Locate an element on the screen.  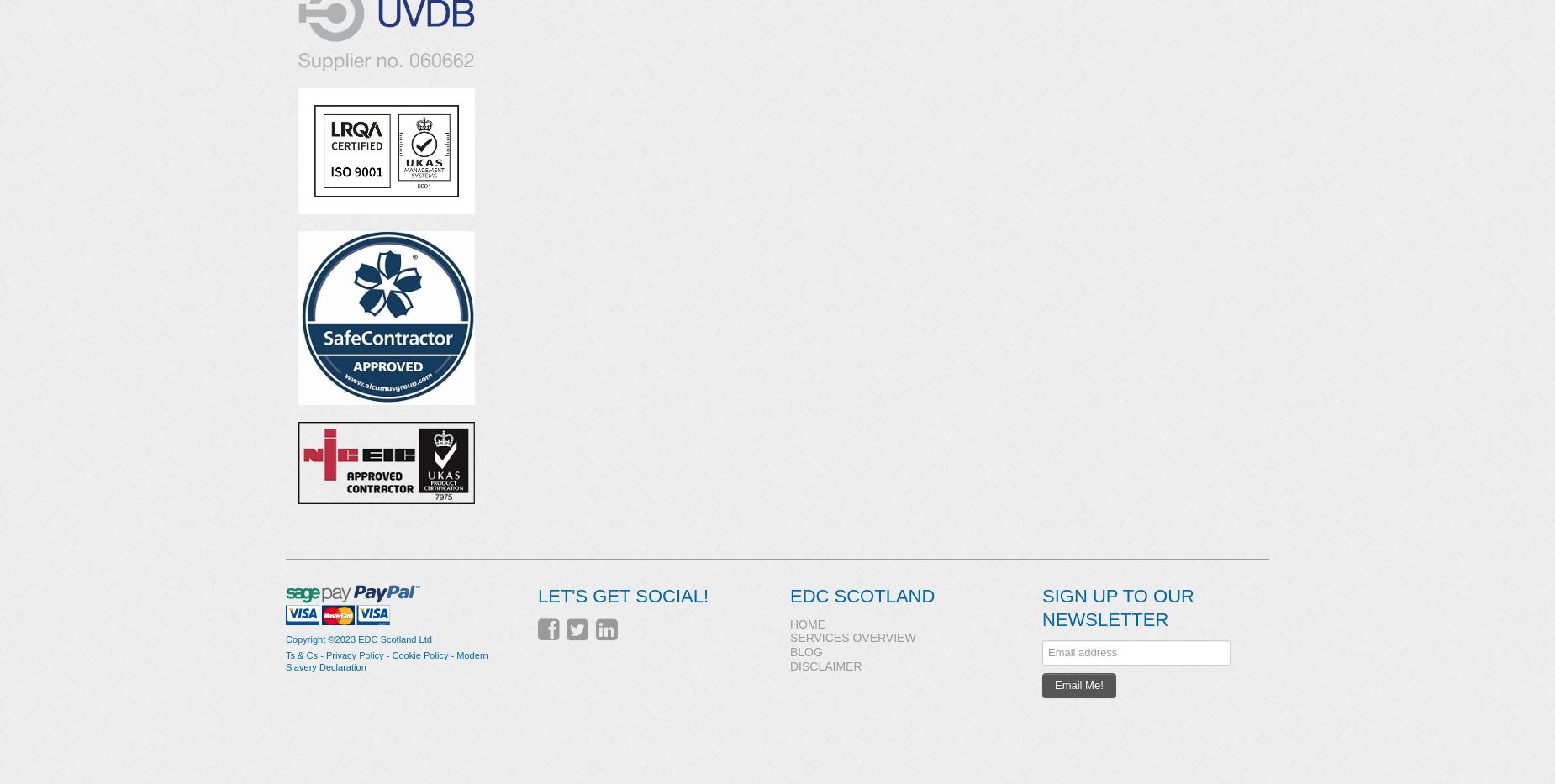
'Let's Get Social!' is located at coordinates (623, 596).